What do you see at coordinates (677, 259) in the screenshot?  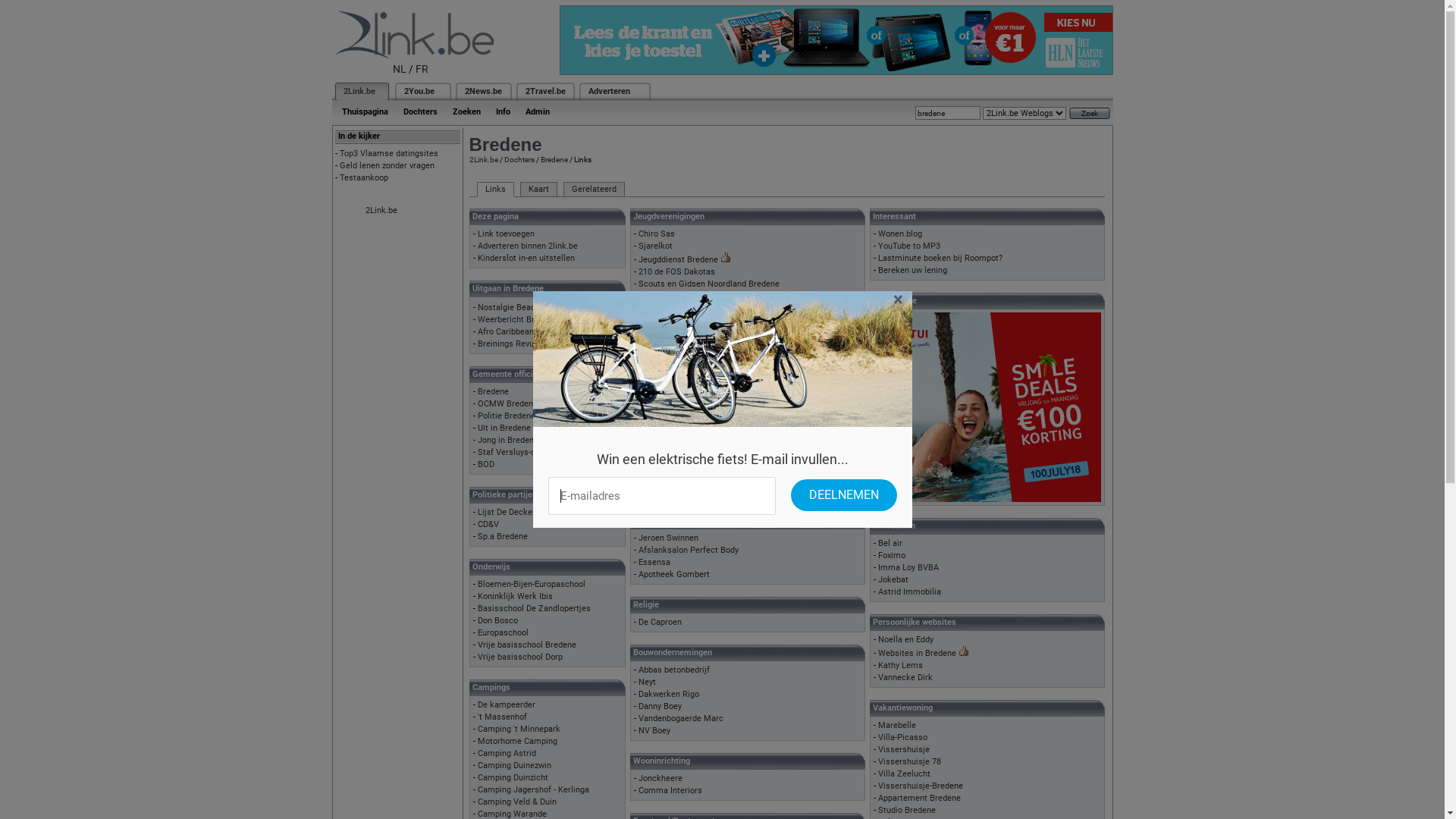 I see `'Jeugddienst Bredene'` at bounding box center [677, 259].